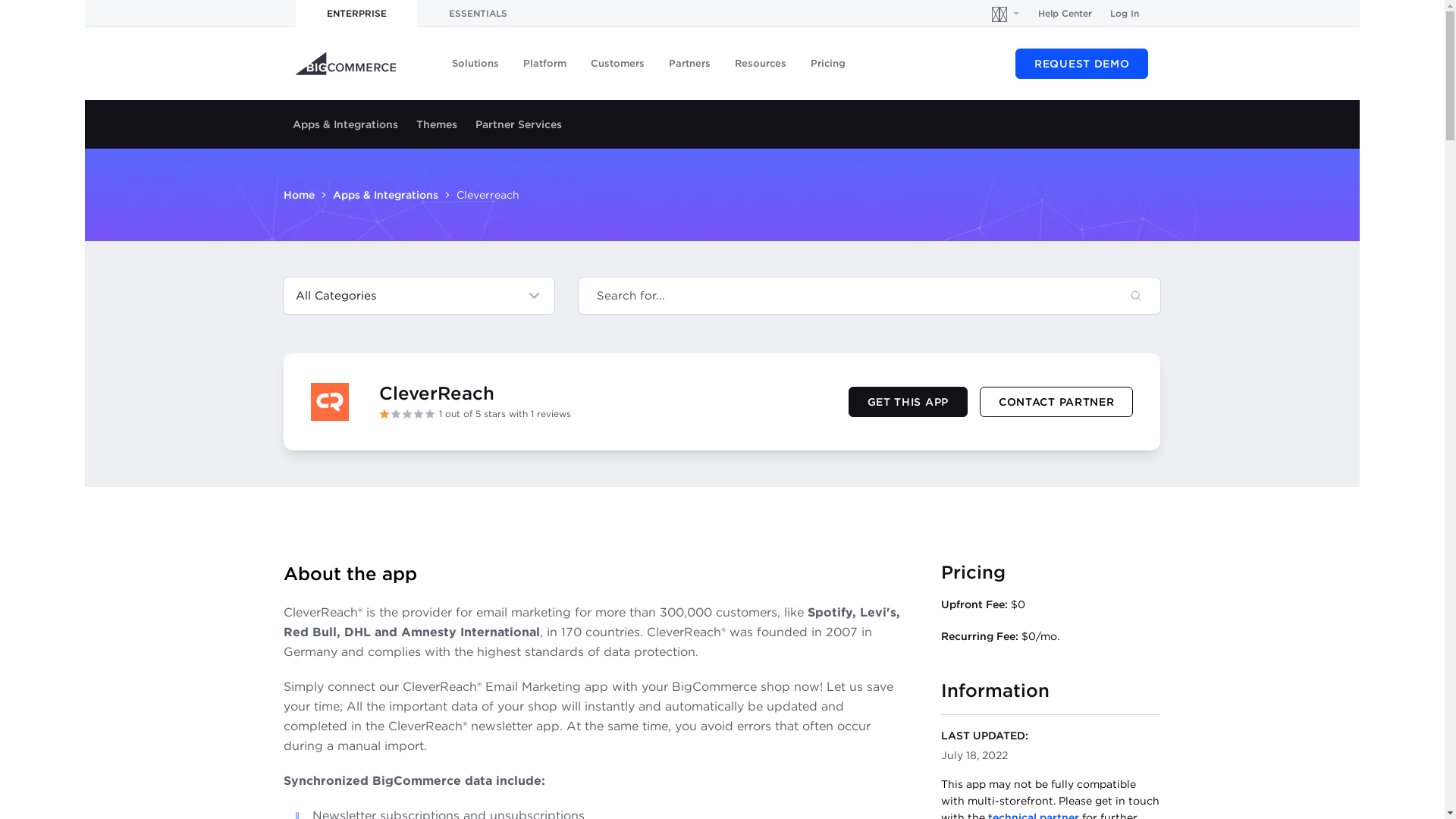  Describe the element at coordinates (1081, 63) in the screenshot. I see `'REQUEST DEMO'` at that location.